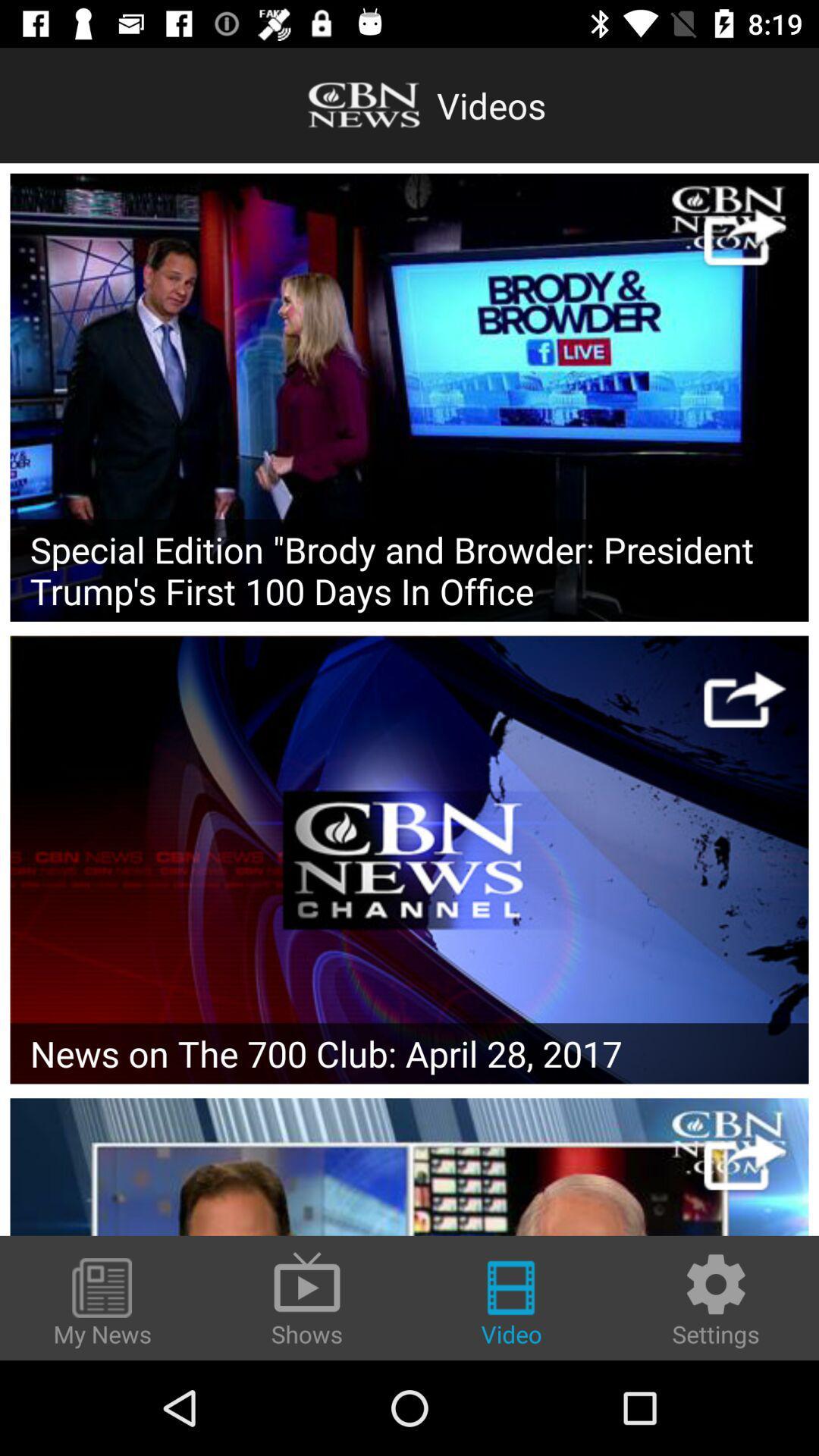 The height and width of the screenshot is (1456, 819). Describe the element at coordinates (744, 698) in the screenshot. I see `this button takes this video to full screen` at that location.